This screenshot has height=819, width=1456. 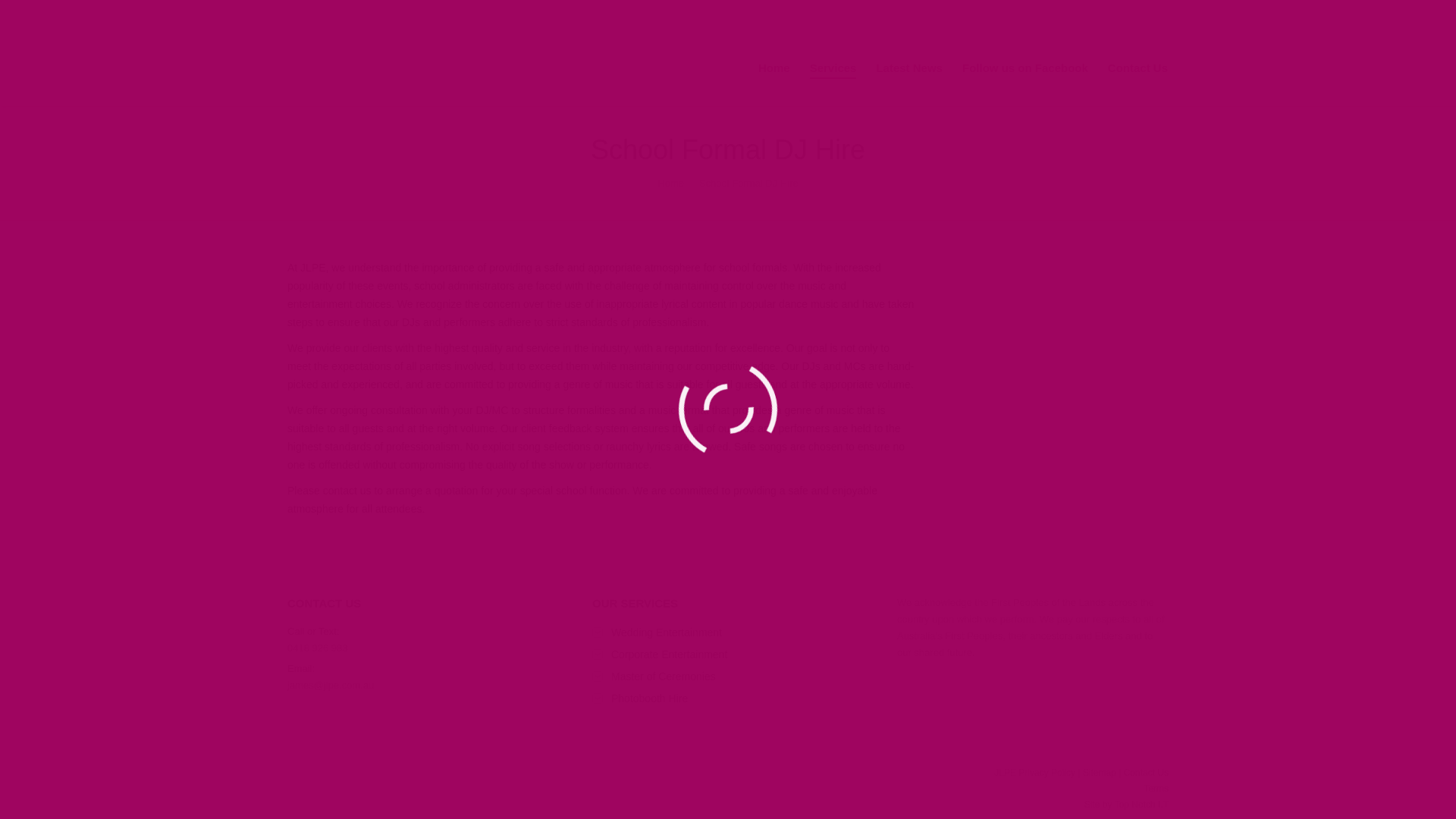 What do you see at coordinates (657, 182) in the screenshot?
I see `'Home'` at bounding box center [657, 182].